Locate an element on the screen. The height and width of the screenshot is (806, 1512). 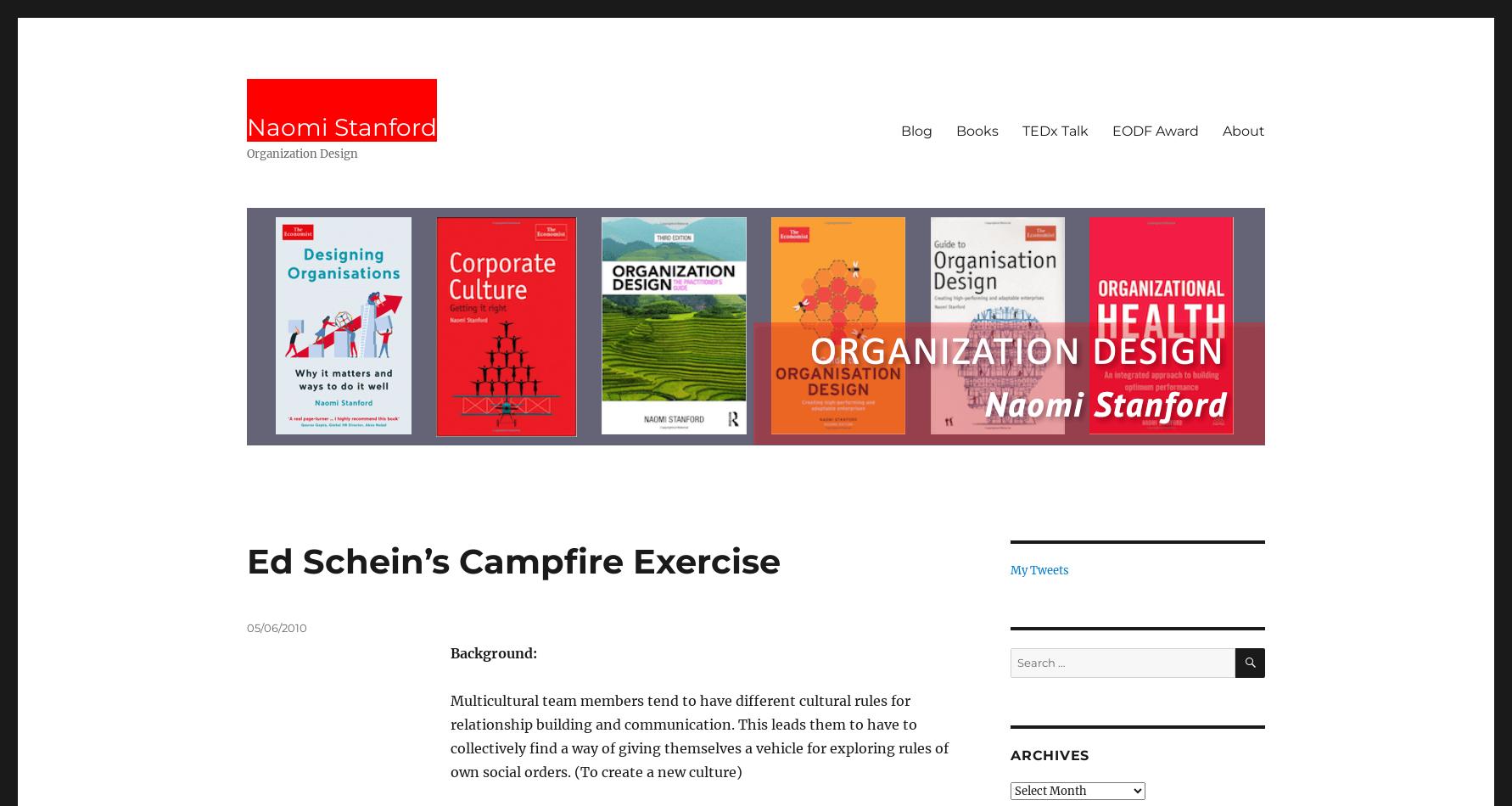
'EODF Award' is located at coordinates (1154, 130).